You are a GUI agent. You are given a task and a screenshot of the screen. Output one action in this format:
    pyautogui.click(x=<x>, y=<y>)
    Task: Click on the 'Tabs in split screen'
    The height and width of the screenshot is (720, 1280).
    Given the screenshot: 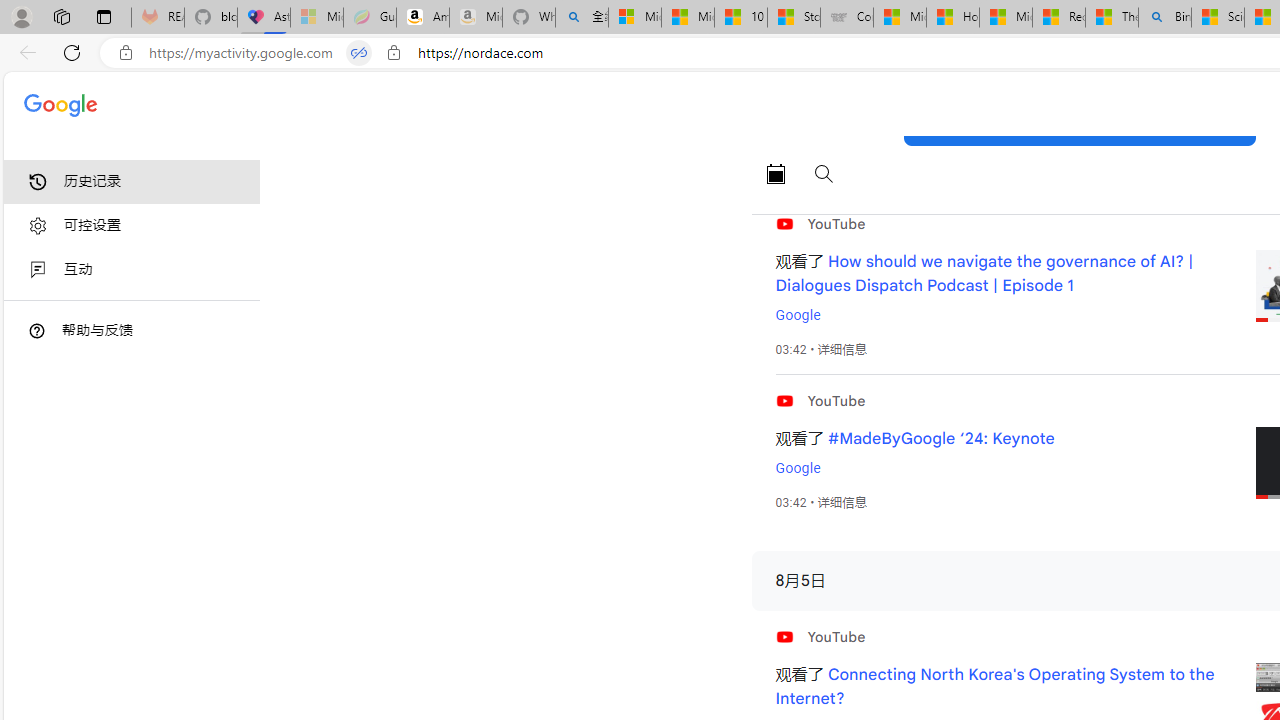 What is the action you would take?
    pyautogui.click(x=359, y=52)
    